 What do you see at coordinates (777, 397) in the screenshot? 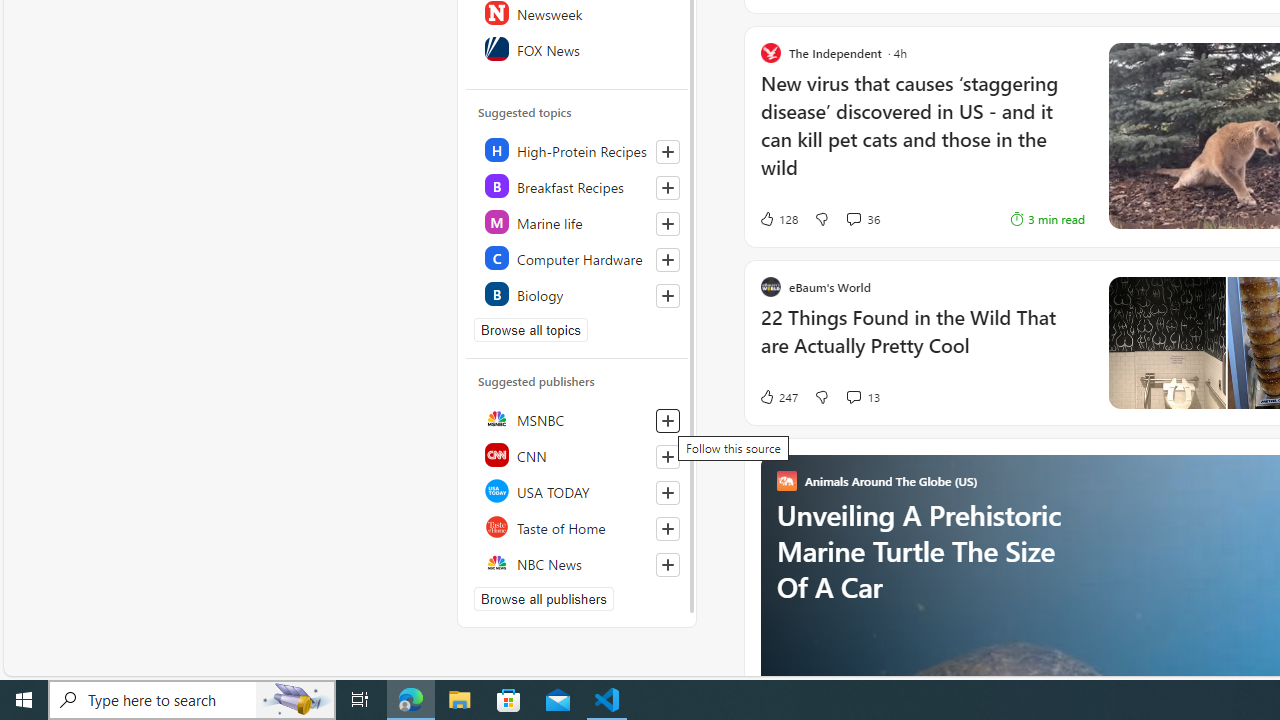
I see `'247 Like'` at bounding box center [777, 397].